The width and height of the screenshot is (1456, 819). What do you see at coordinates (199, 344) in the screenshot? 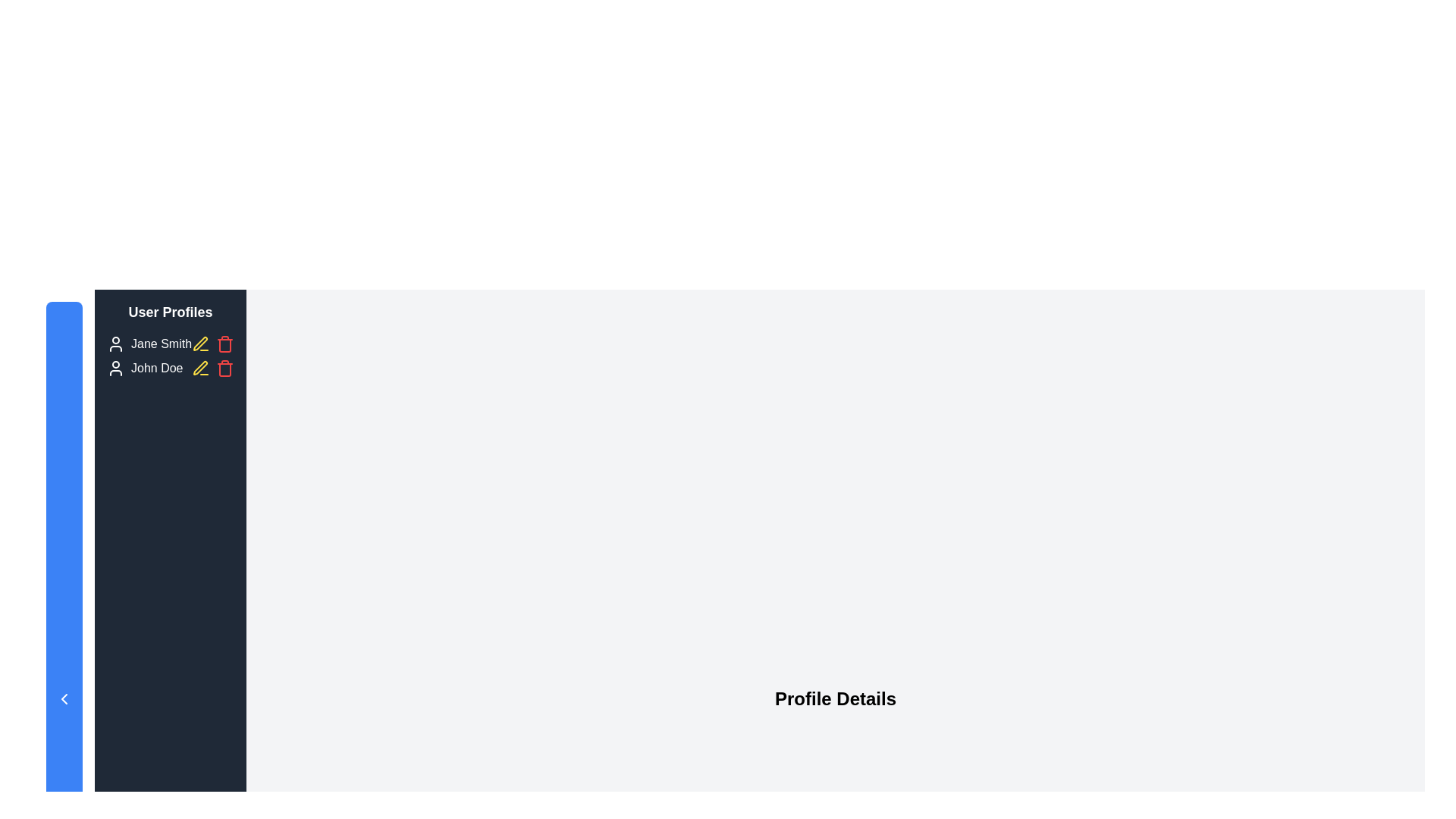
I see `the profile edit icon for 'Jane Smith' located at the top-left of the 'User Profiles' section` at bounding box center [199, 344].